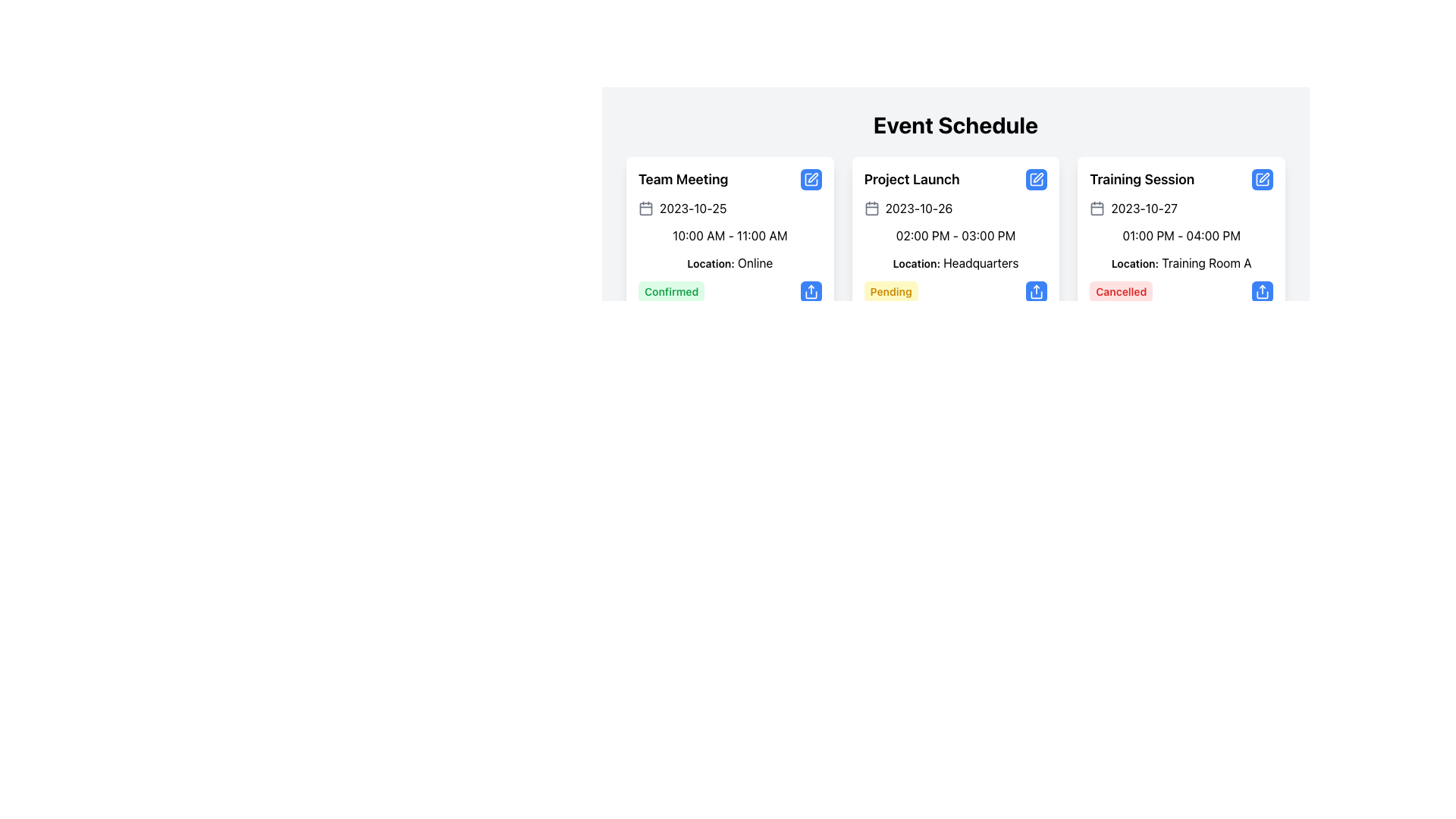 This screenshot has width=1456, height=819. I want to click on the edit button located at the top-right corner of the 'Project Launch' section, so click(1036, 178).